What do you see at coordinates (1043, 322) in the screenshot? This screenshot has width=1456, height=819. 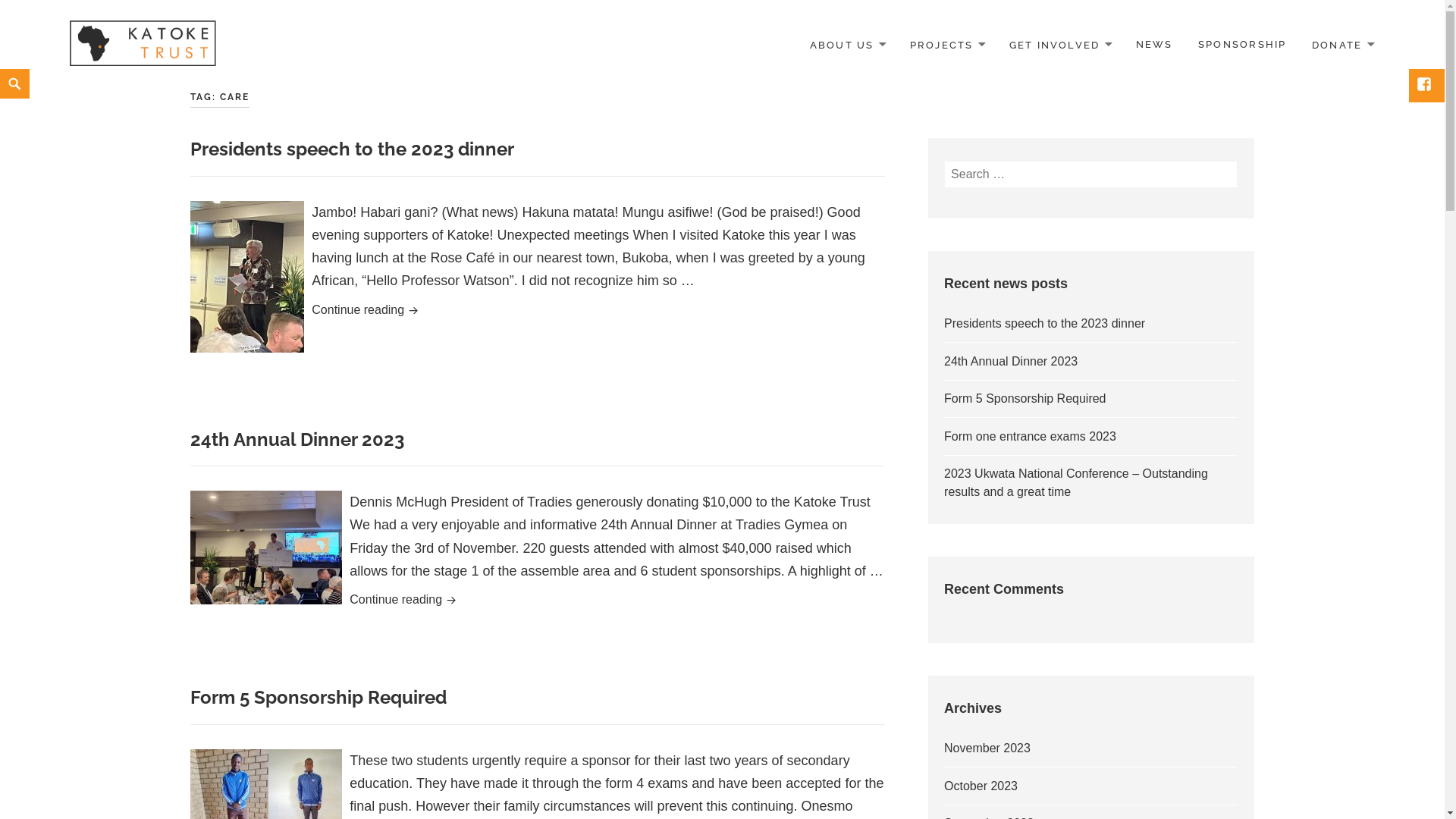 I see `'Presidents speech to the 2023 dinner'` at bounding box center [1043, 322].